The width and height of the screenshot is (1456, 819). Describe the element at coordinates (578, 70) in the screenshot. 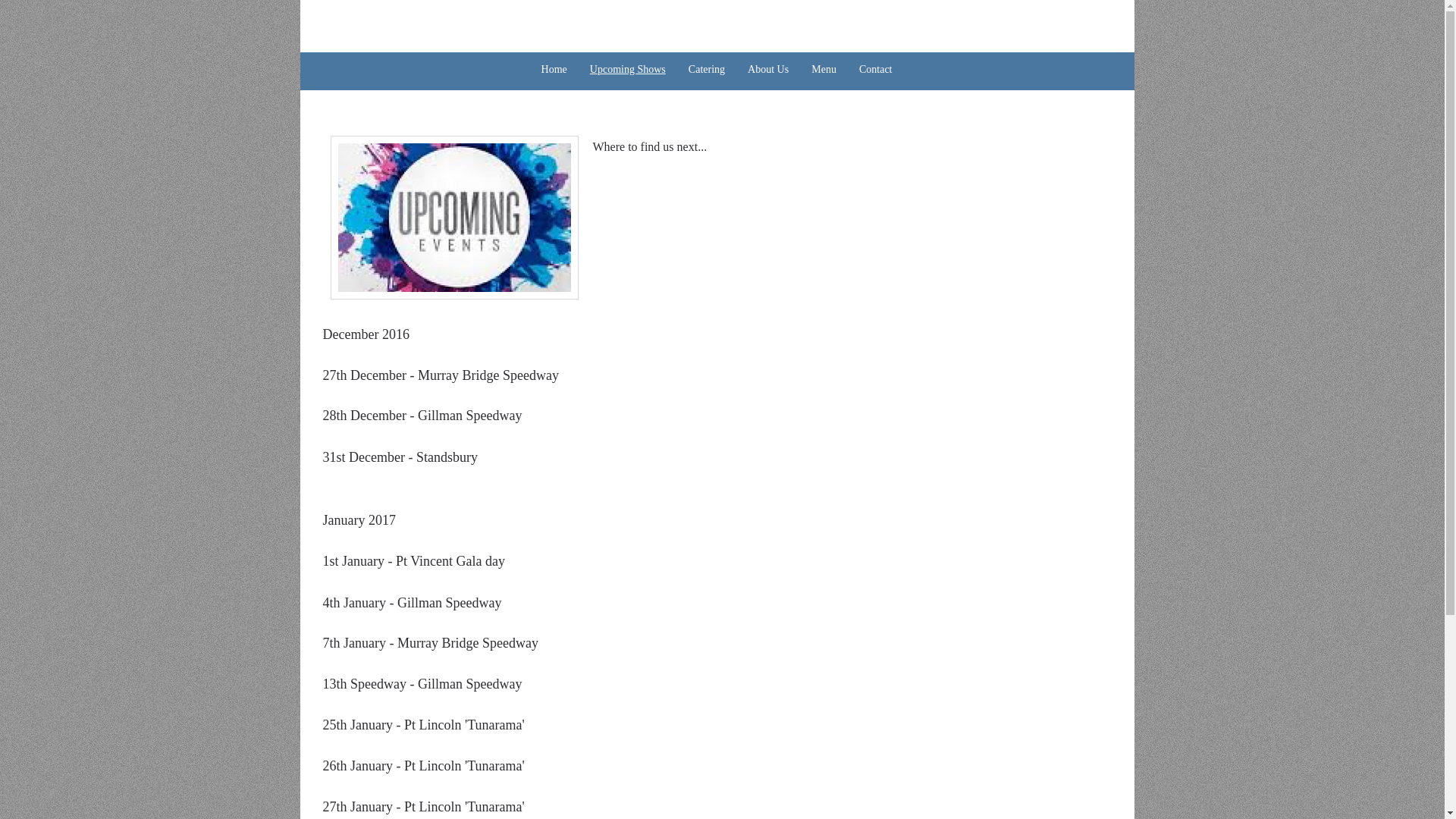

I see `'Upcoming Shows'` at that location.